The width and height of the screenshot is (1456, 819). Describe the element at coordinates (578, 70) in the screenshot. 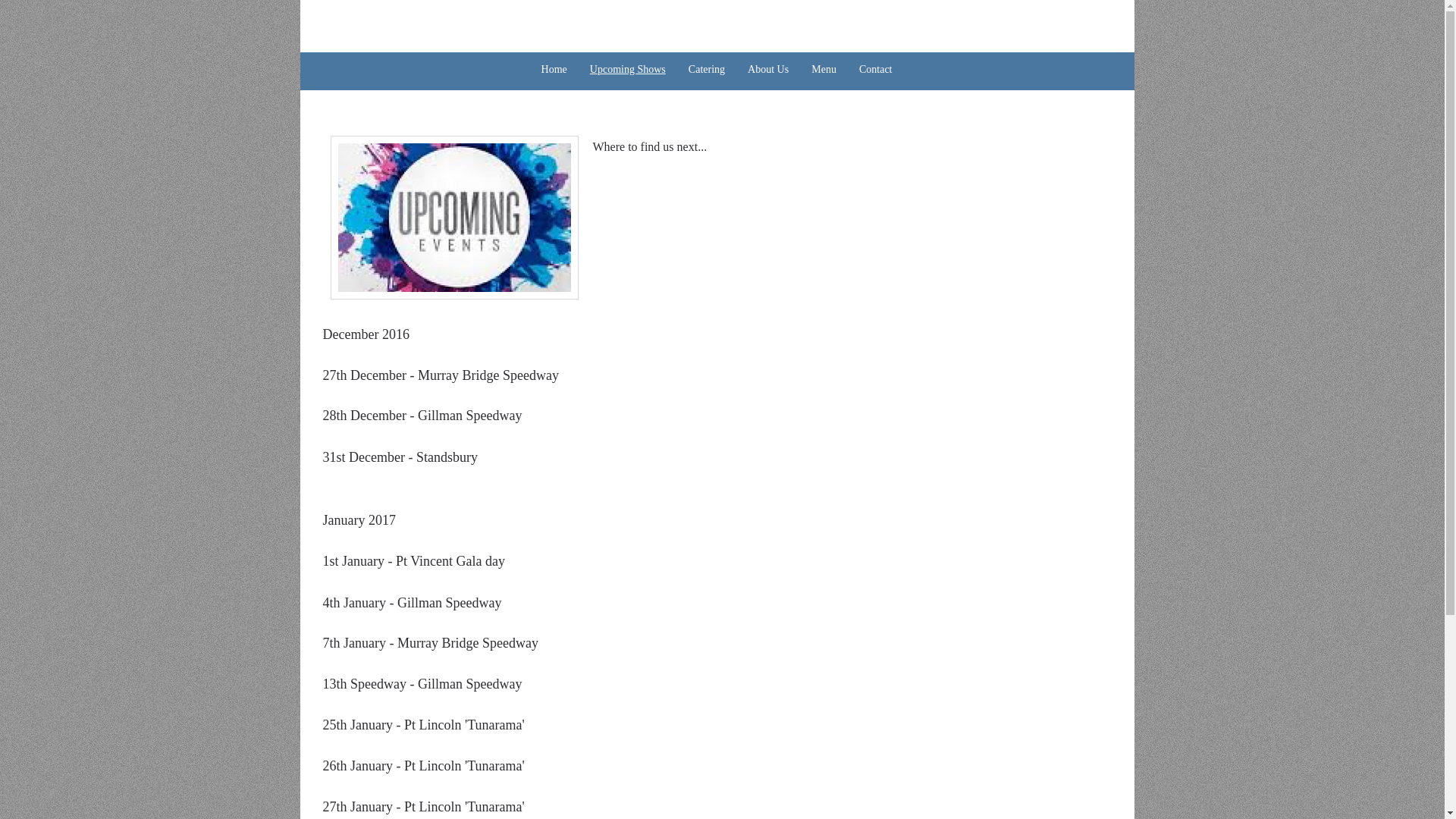

I see `'Upcoming Shows'` at that location.